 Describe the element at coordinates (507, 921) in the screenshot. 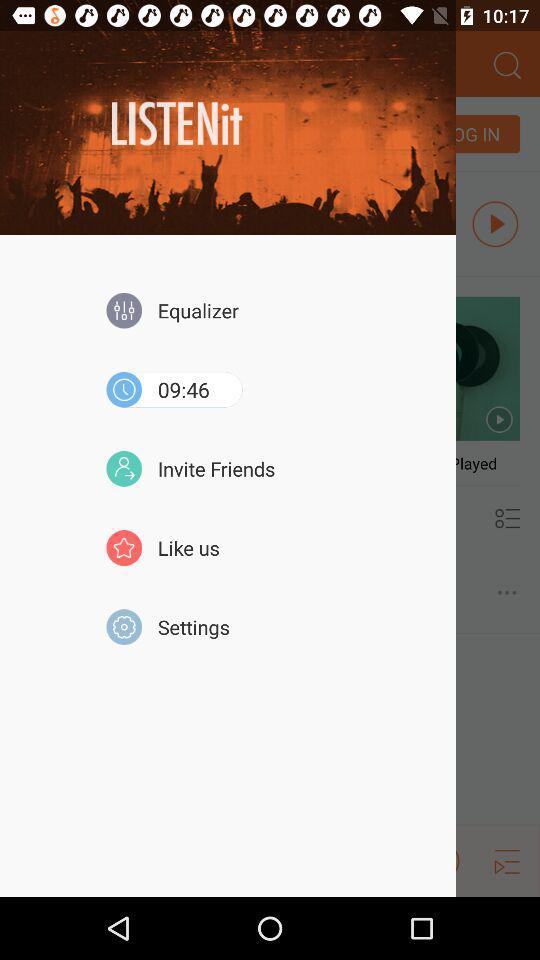

I see `the list icon` at that location.